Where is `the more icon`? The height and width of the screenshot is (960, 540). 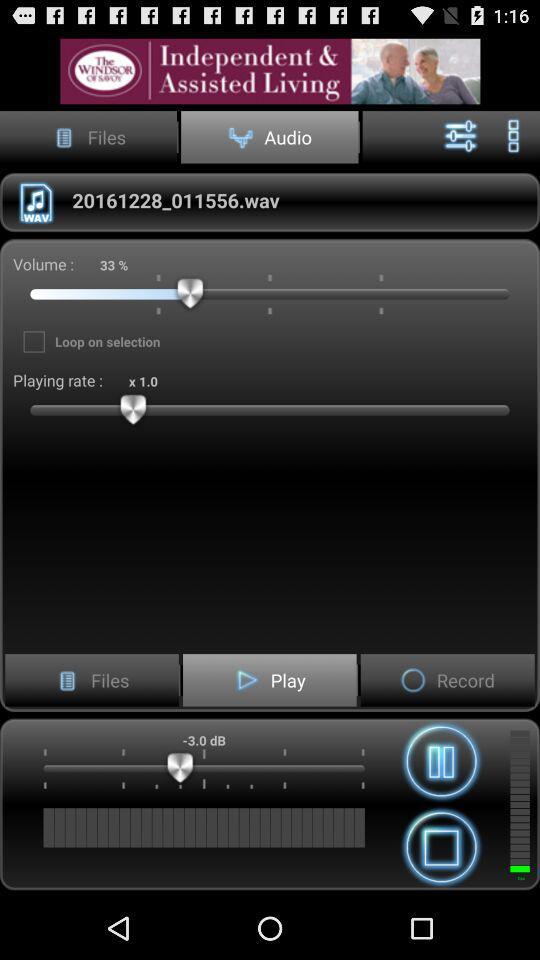
the more icon is located at coordinates (513, 144).